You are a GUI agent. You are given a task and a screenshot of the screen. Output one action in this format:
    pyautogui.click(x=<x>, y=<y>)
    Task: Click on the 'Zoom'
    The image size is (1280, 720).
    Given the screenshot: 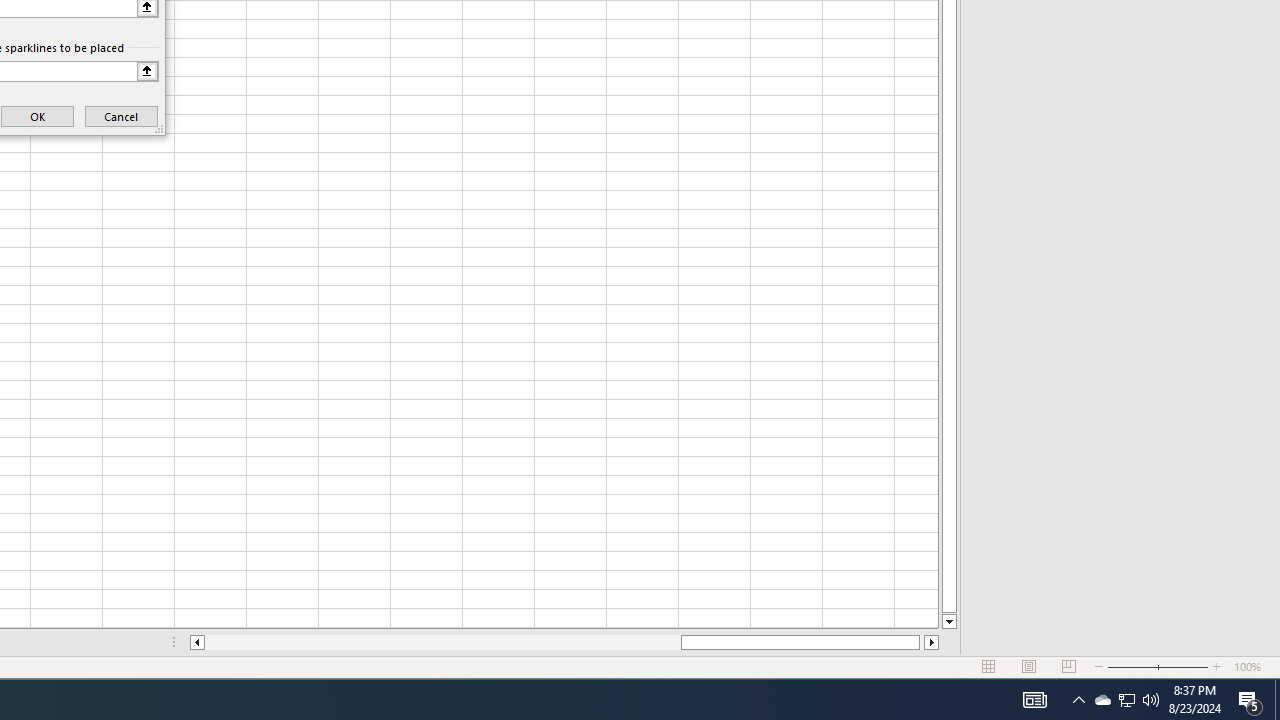 What is the action you would take?
    pyautogui.click(x=1158, y=667)
    